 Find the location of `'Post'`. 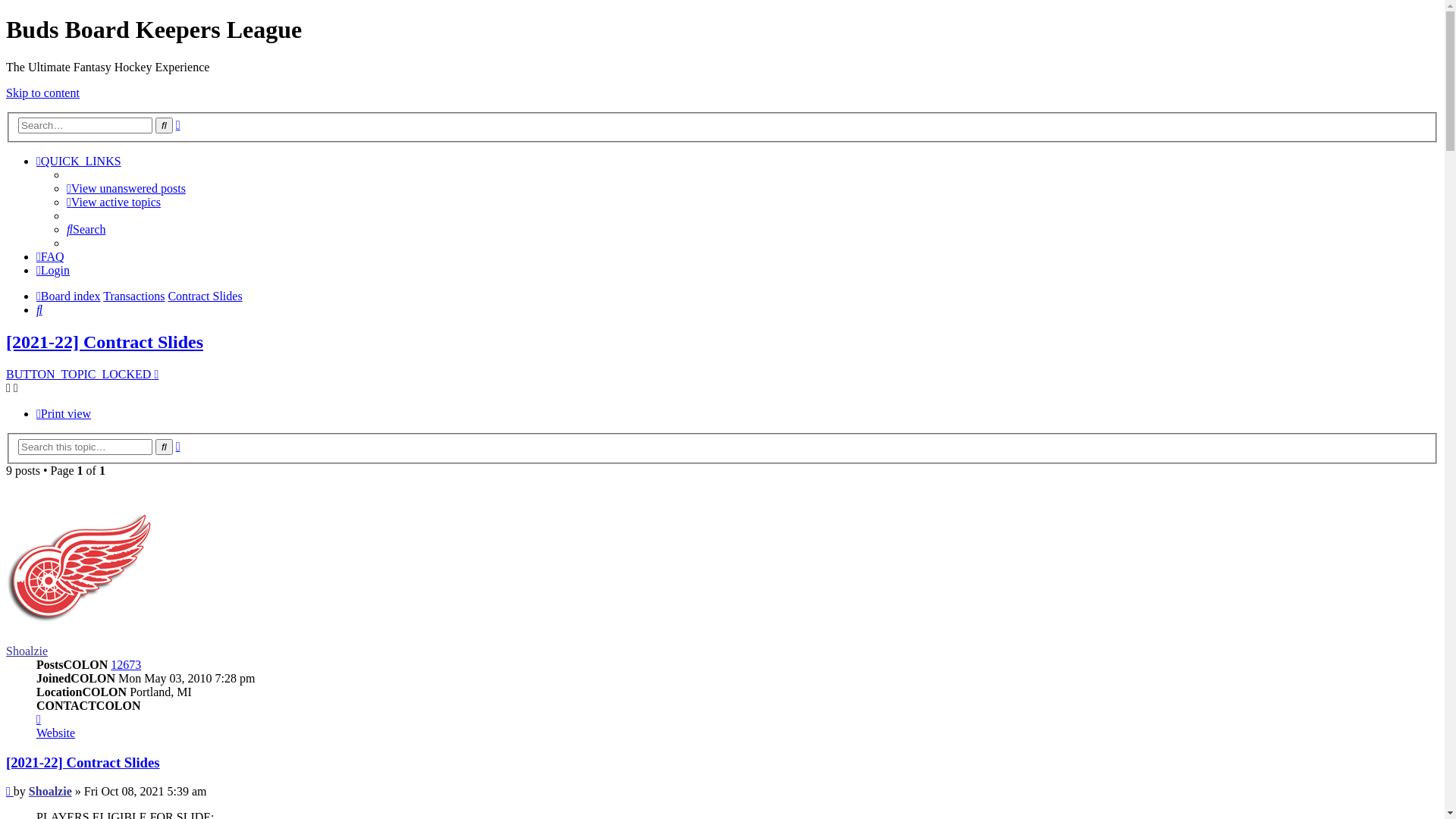

'Post' is located at coordinates (6, 790).